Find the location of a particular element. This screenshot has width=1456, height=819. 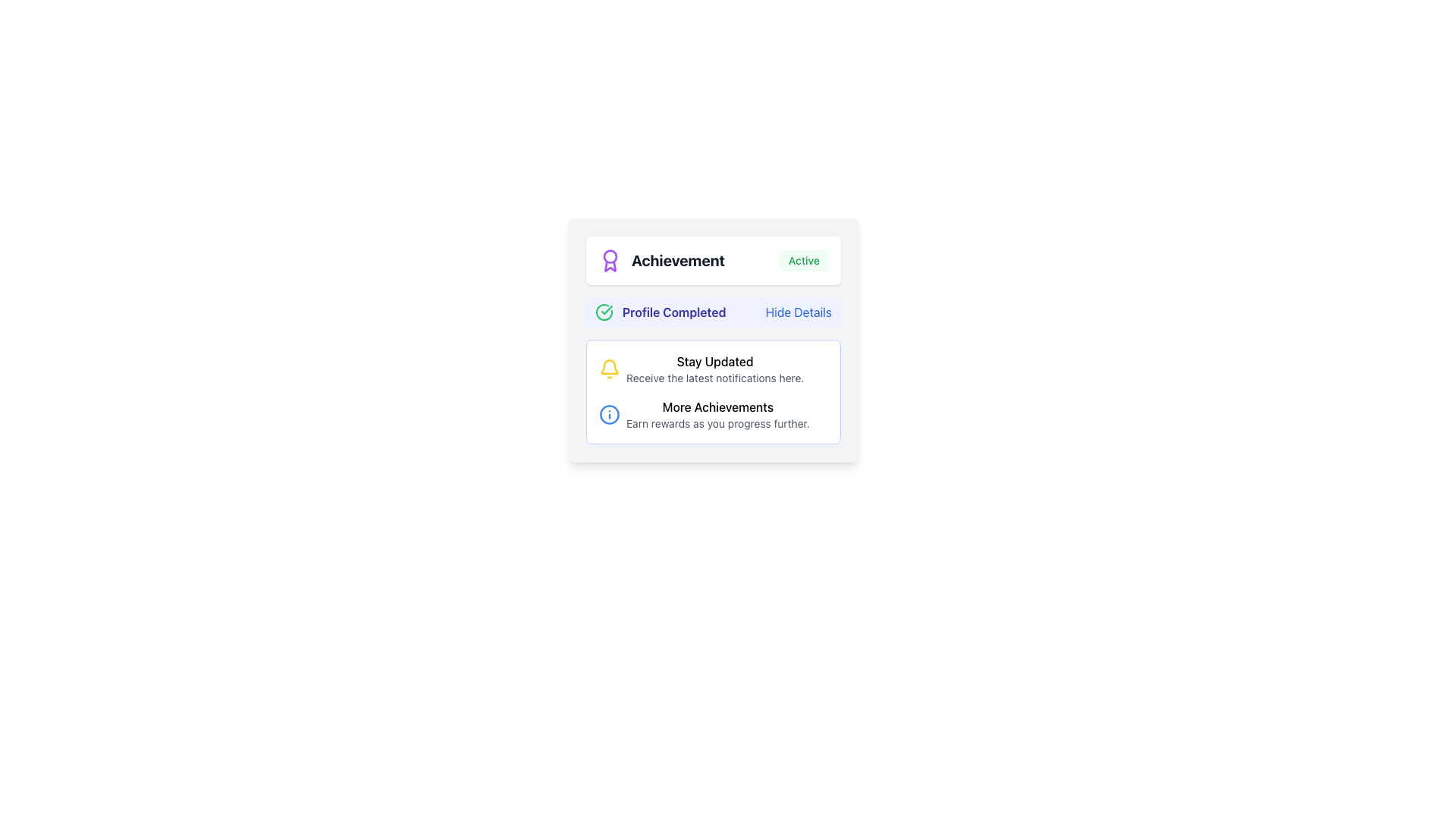

the Text Display element that serves as a label or title for the content in the associated section, located at the top-left of the card-like interface is located at coordinates (677, 259).